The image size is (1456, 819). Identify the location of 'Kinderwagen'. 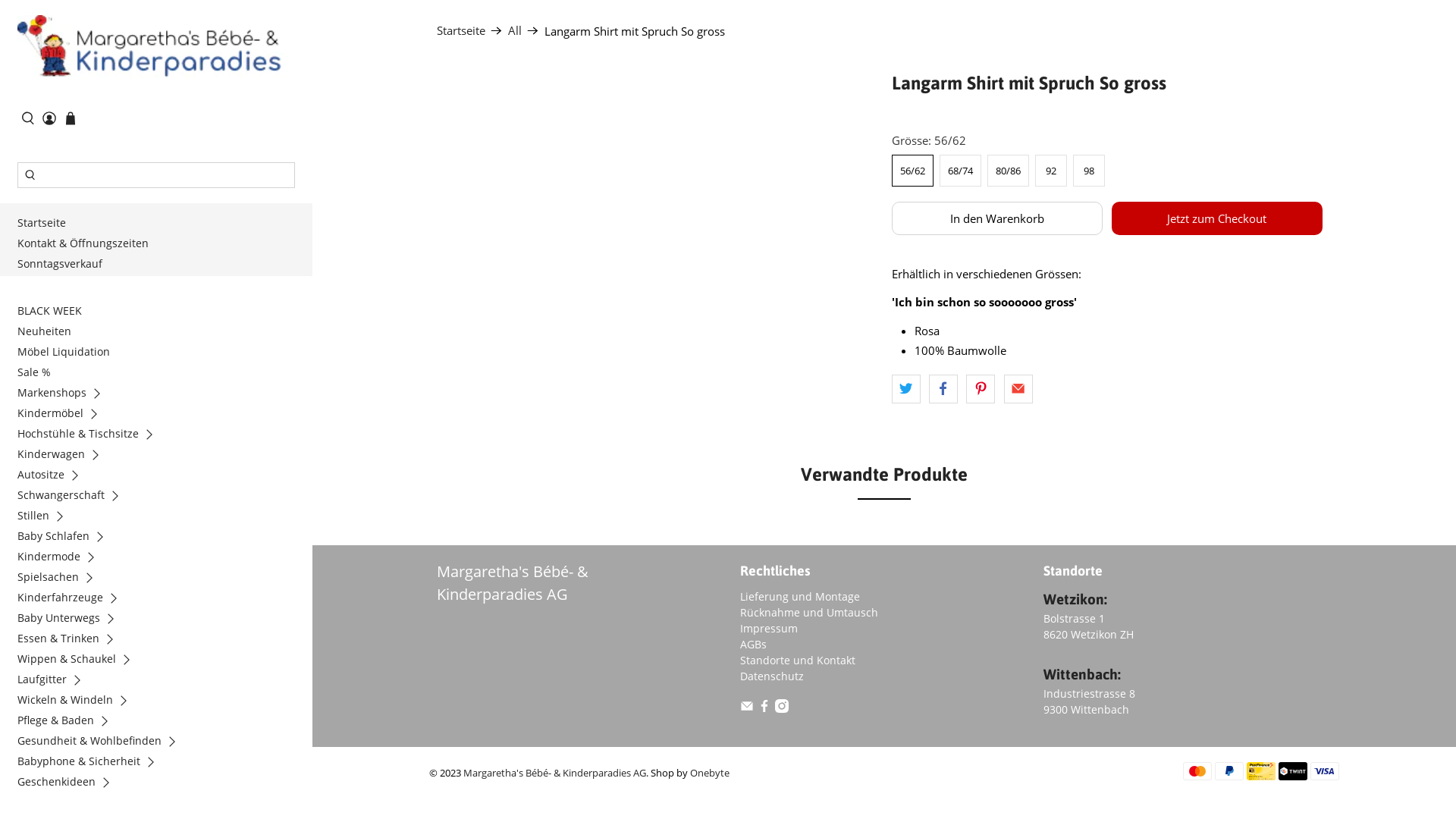
(62, 455).